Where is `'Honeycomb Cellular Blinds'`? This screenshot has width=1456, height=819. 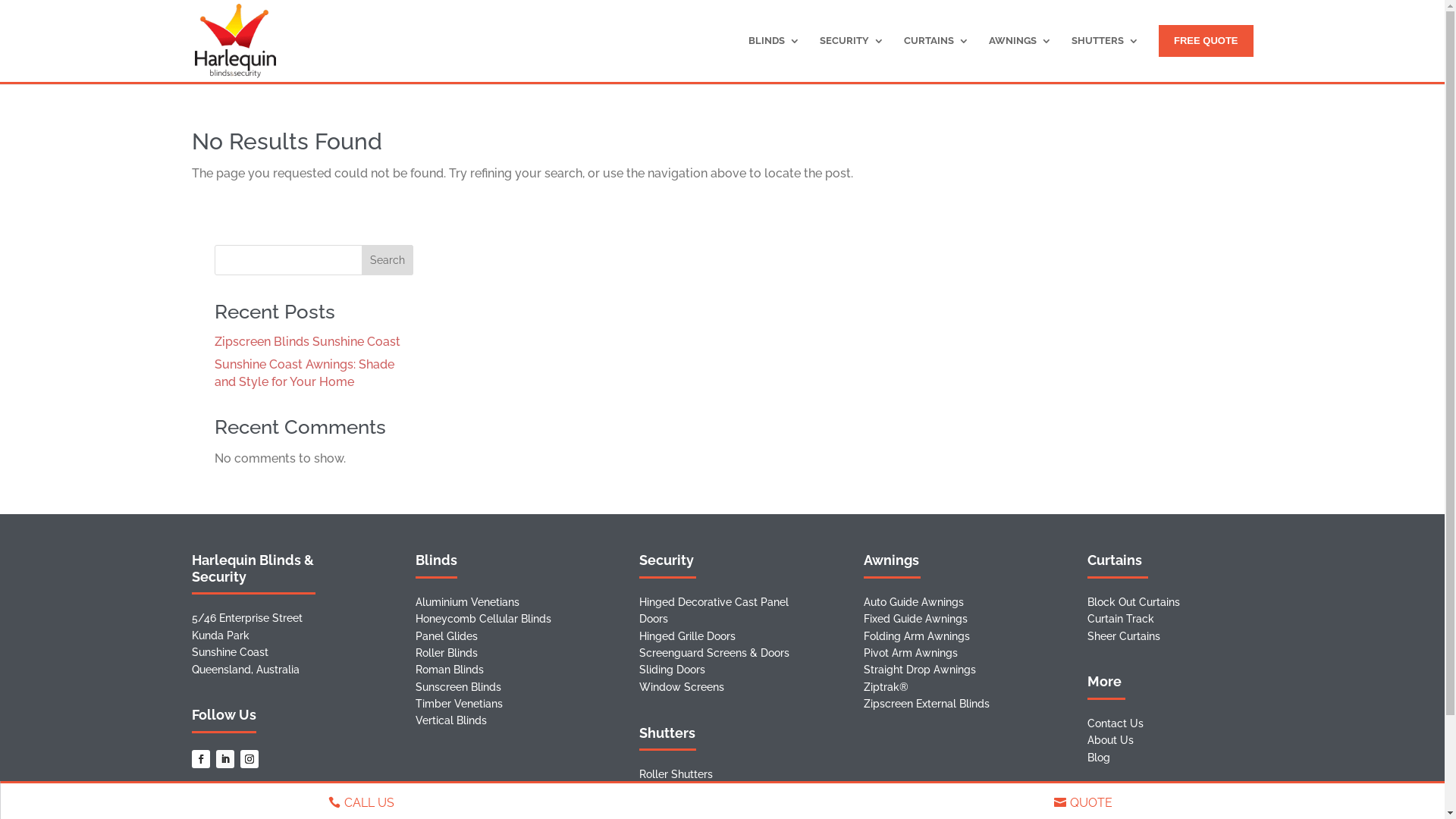 'Honeycomb Cellular Blinds' is located at coordinates (482, 619).